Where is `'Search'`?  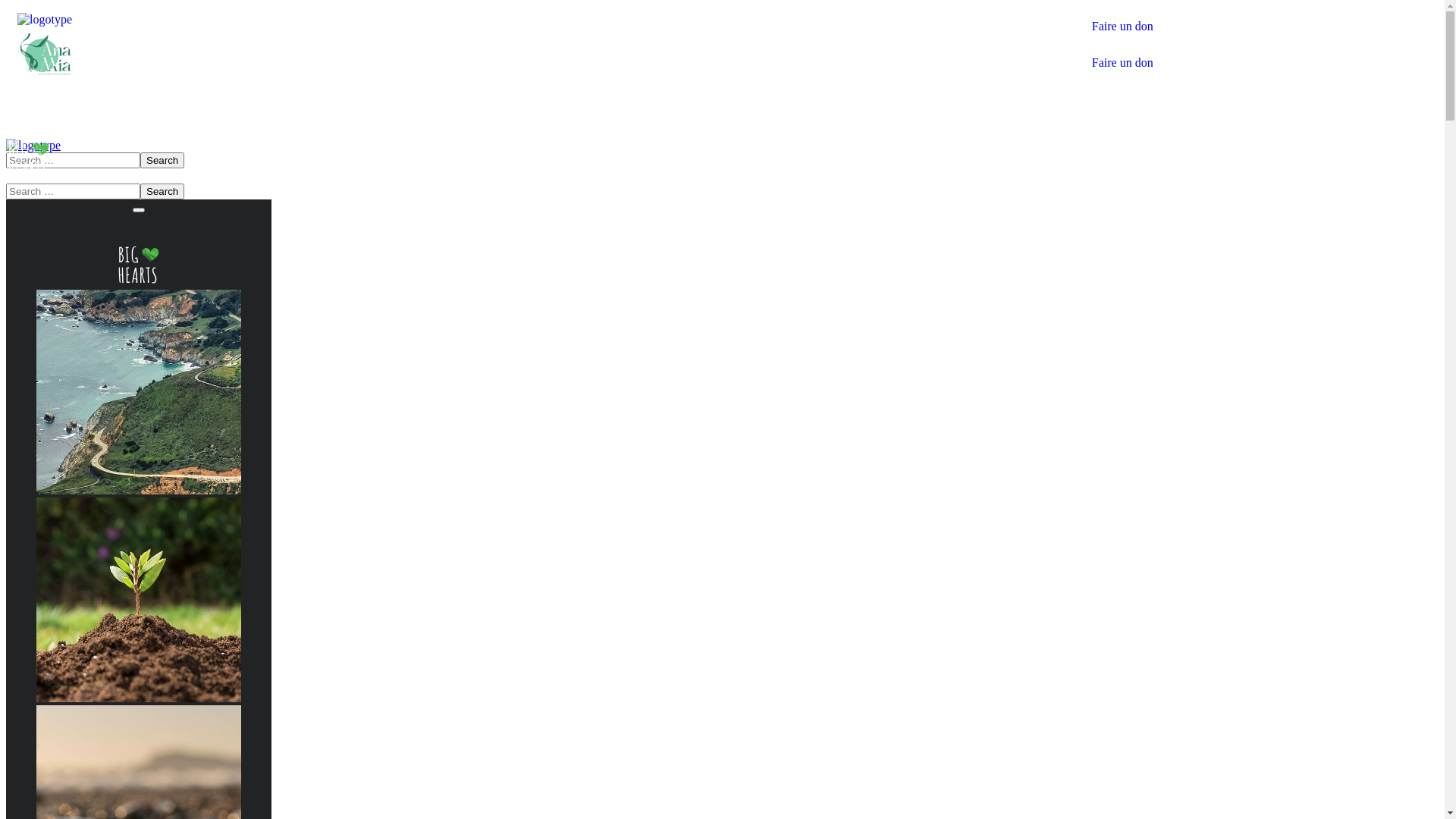 'Search' is located at coordinates (162, 190).